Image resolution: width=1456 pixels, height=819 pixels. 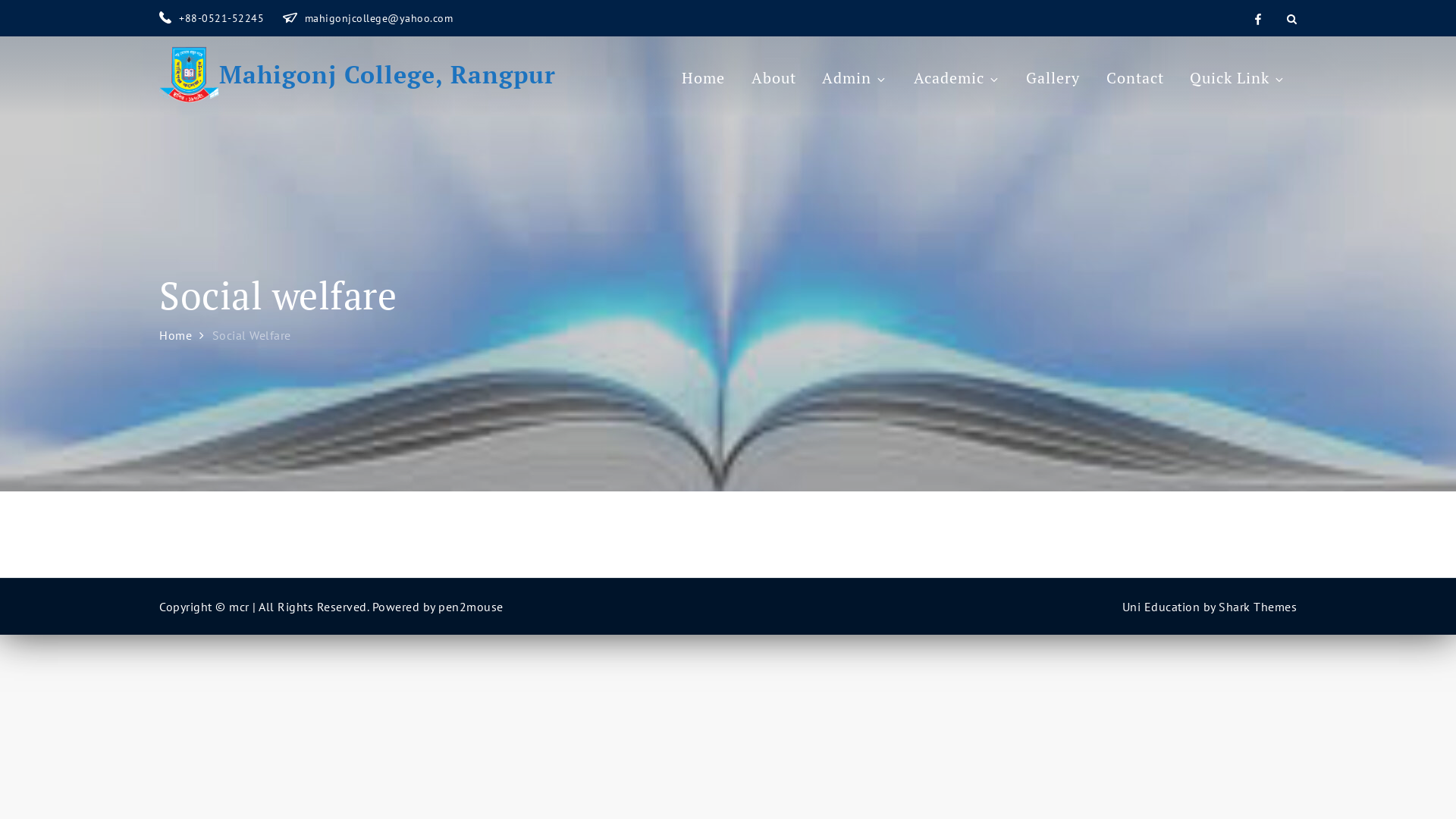 What do you see at coordinates (1252, 17) in the screenshot?
I see `'Facebook'` at bounding box center [1252, 17].